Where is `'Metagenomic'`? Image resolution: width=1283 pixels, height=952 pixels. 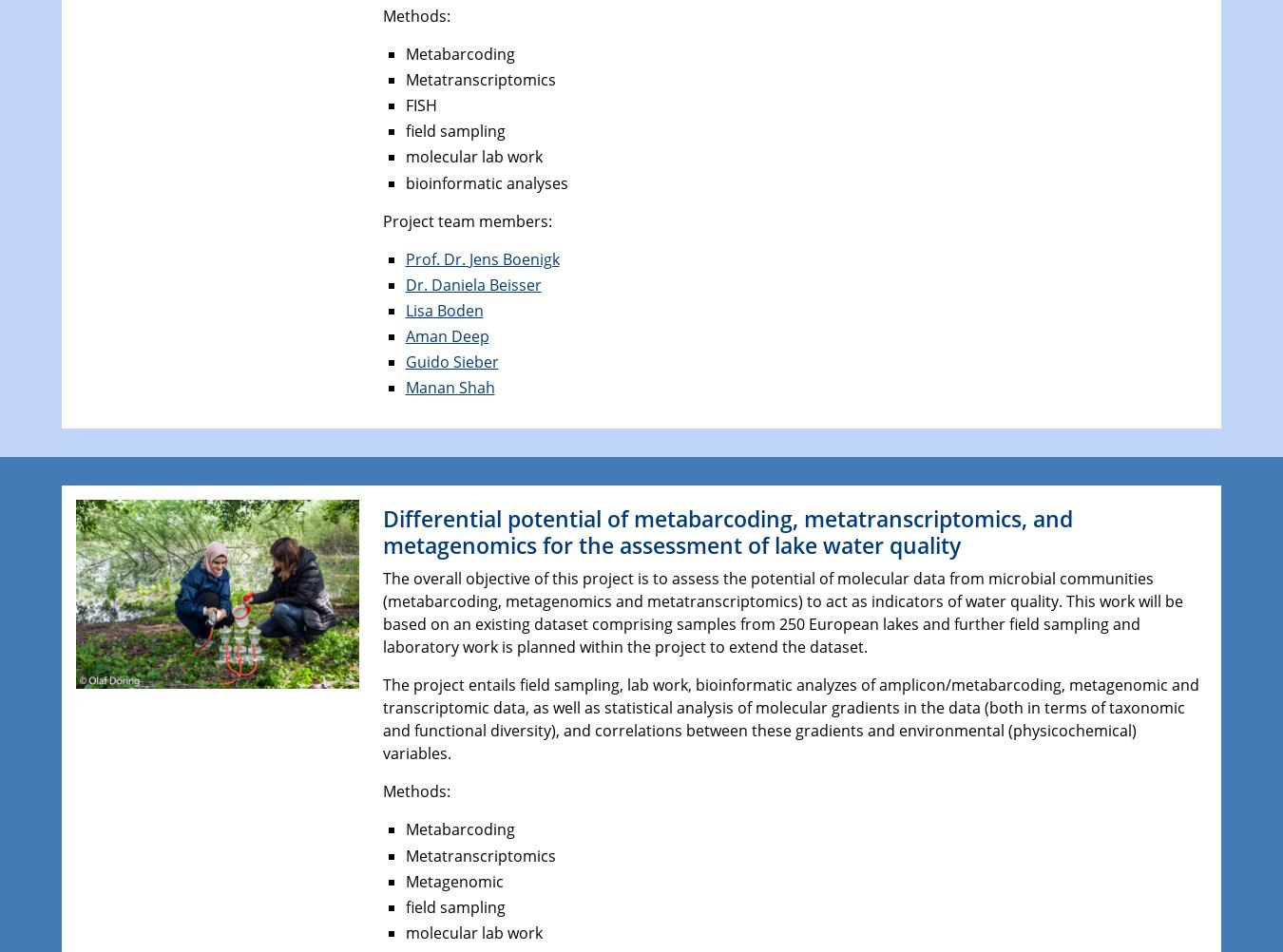 'Metagenomic' is located at coordinates (452, 879).